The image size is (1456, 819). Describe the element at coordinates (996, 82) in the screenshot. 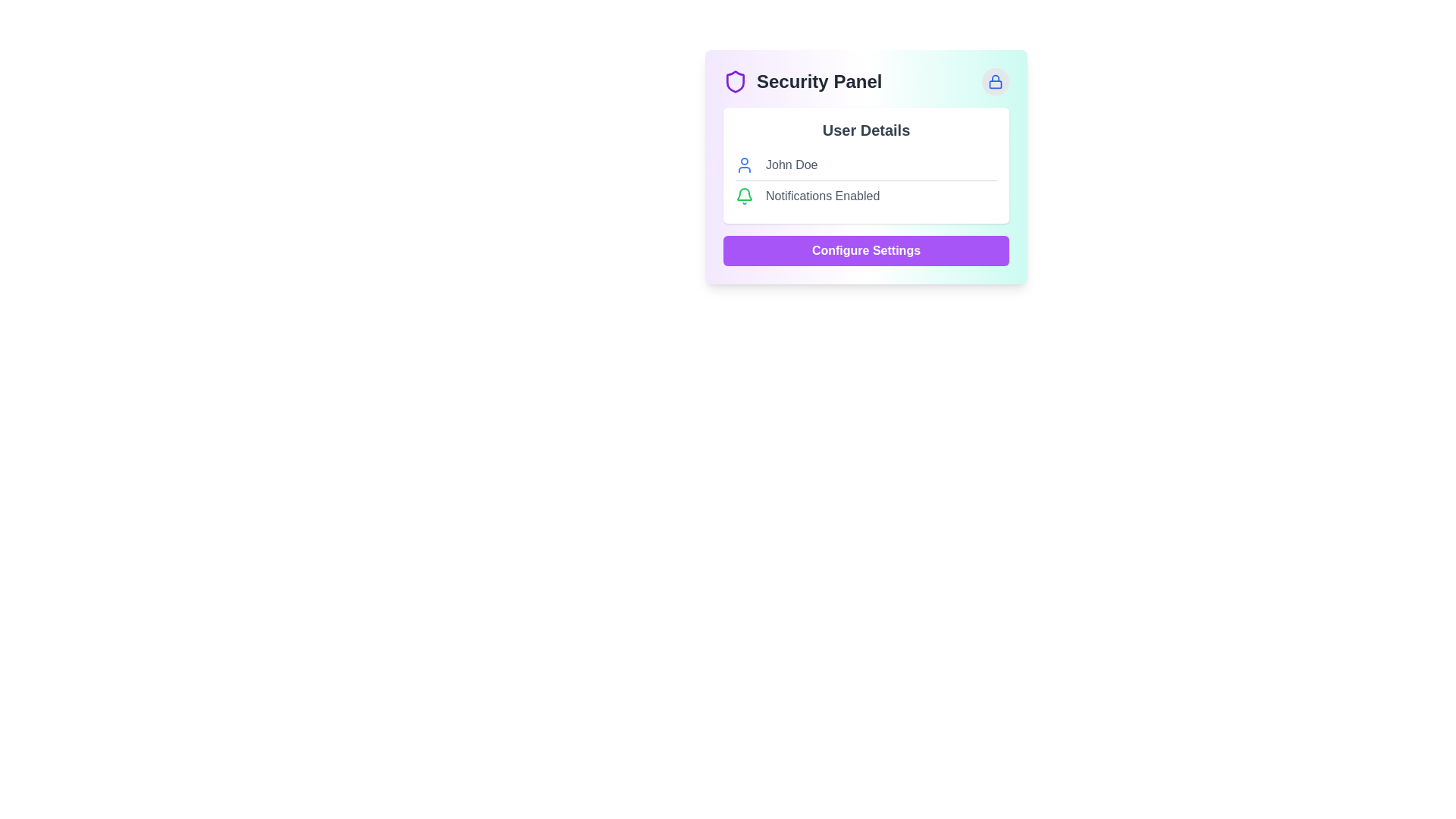

I see `the lock icon located at the top-right corner of the 'Security Panel'` at that location.